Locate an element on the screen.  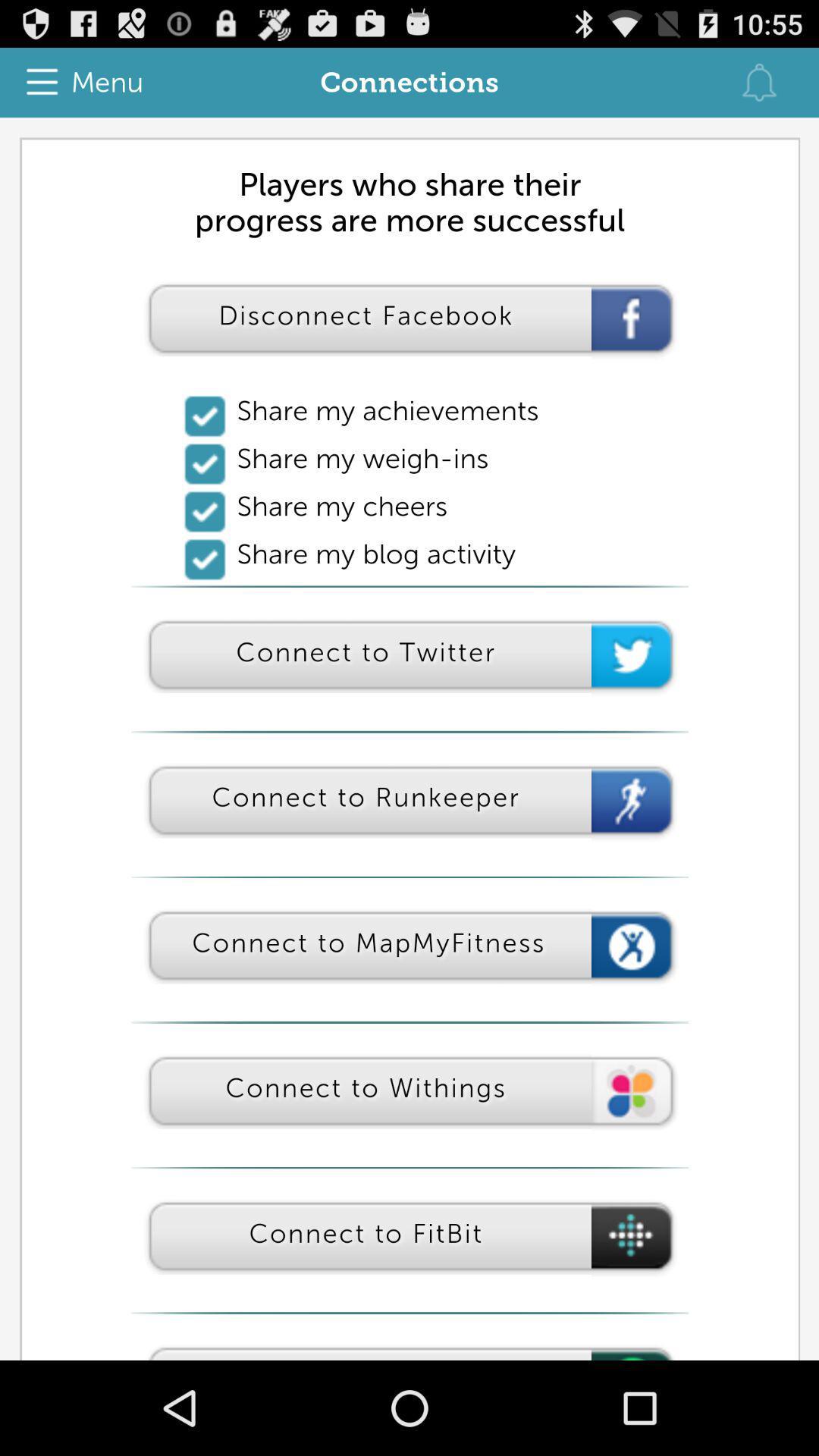
for adverisment is located at coordinates (409, 739).